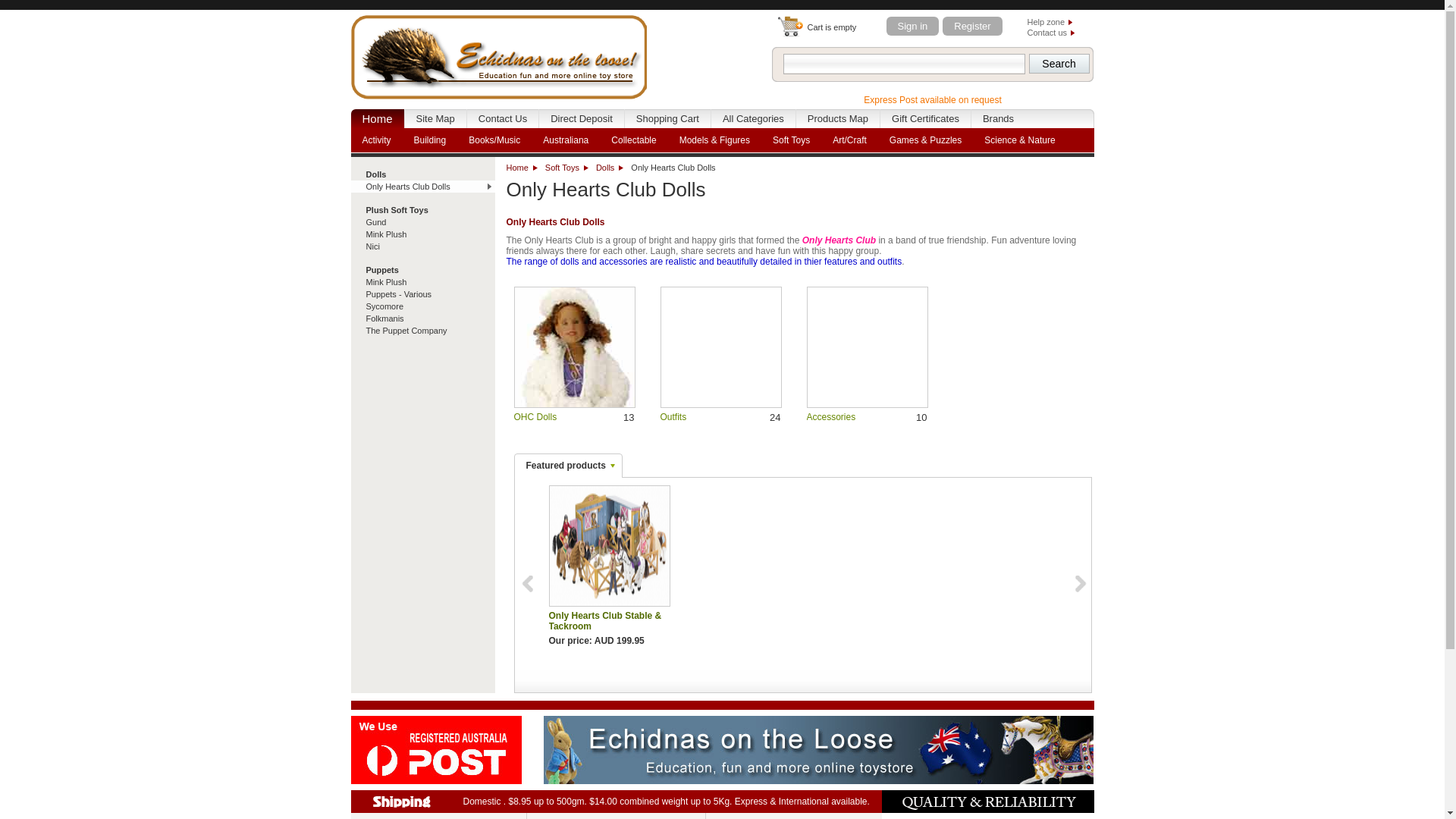 The width and height of the screenshot is (1456, 819). What do you see at coordinates (1019, 140) in the screenshot?
I see `'Science & Nature'` at bounding box center [1019, 140].